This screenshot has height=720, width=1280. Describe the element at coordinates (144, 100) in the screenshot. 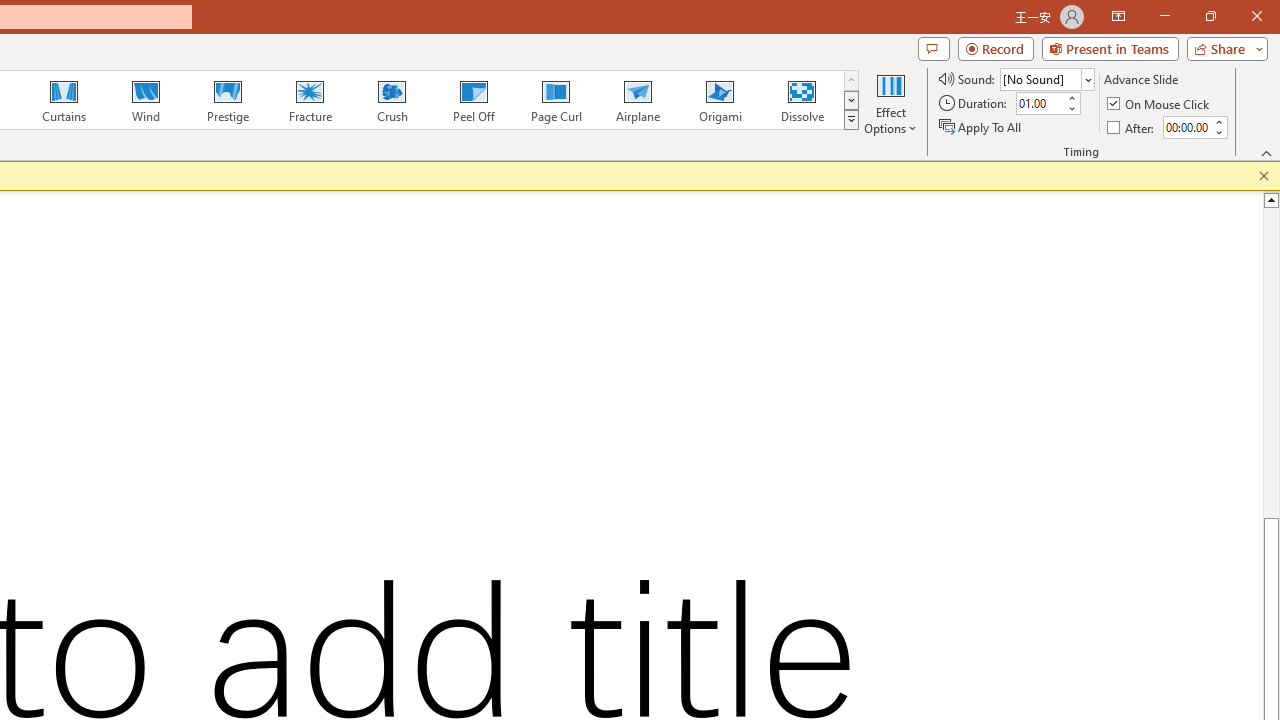

I see `'Wind'` at that location.